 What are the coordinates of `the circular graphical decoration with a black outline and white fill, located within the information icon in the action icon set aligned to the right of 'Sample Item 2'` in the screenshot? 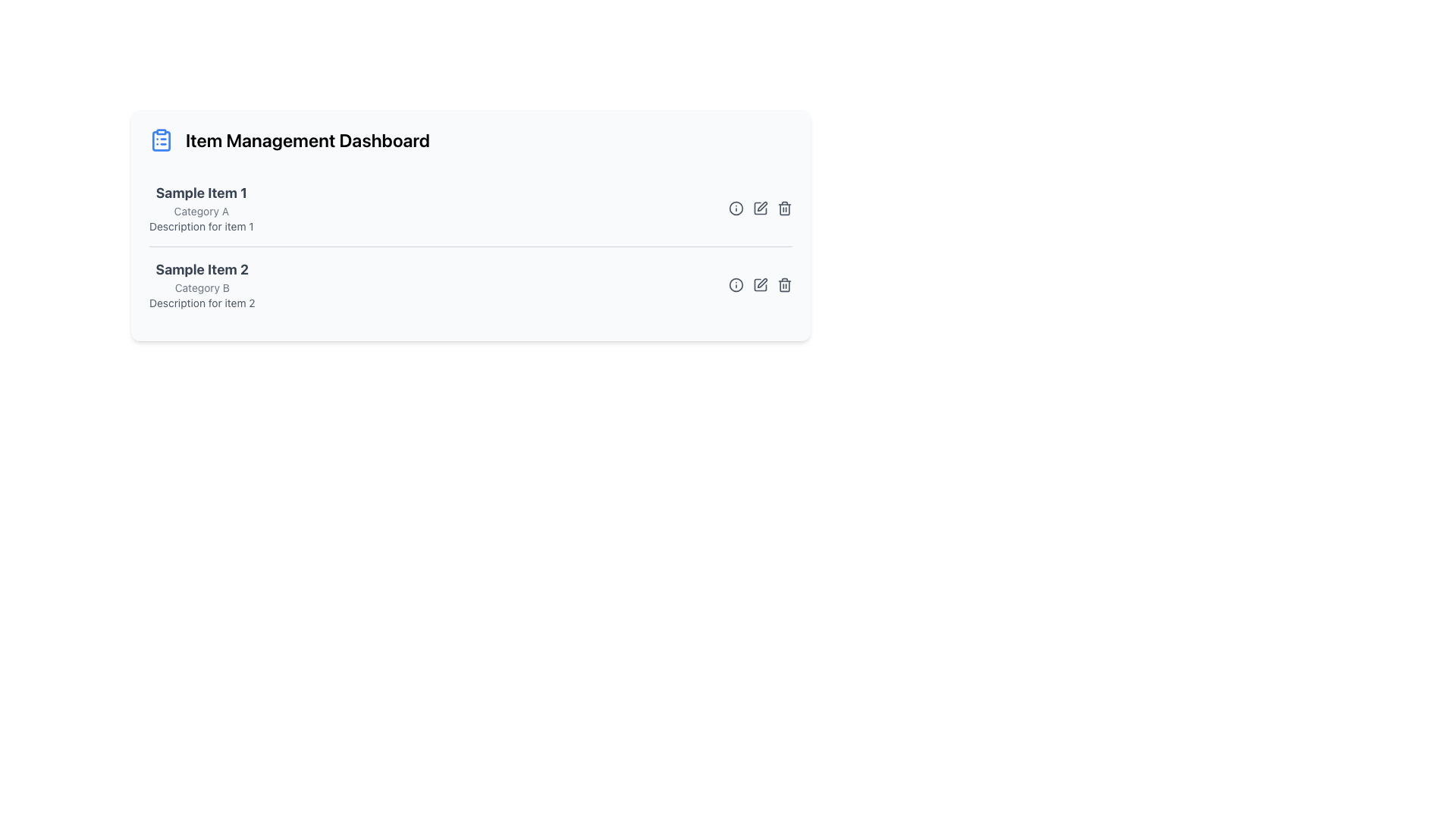 It's located at (736, 208).